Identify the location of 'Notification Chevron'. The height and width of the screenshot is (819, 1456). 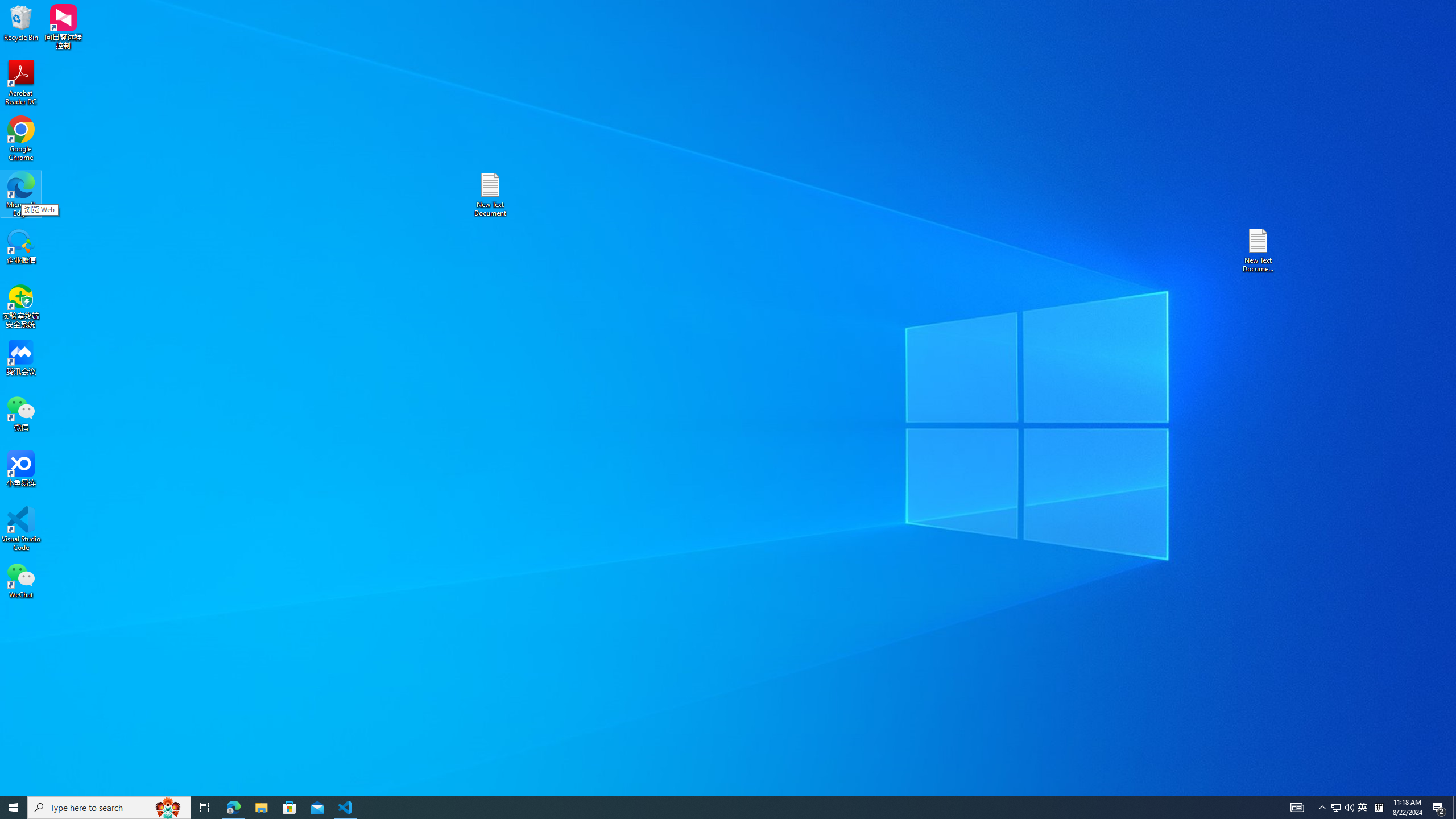
(1322, 806).